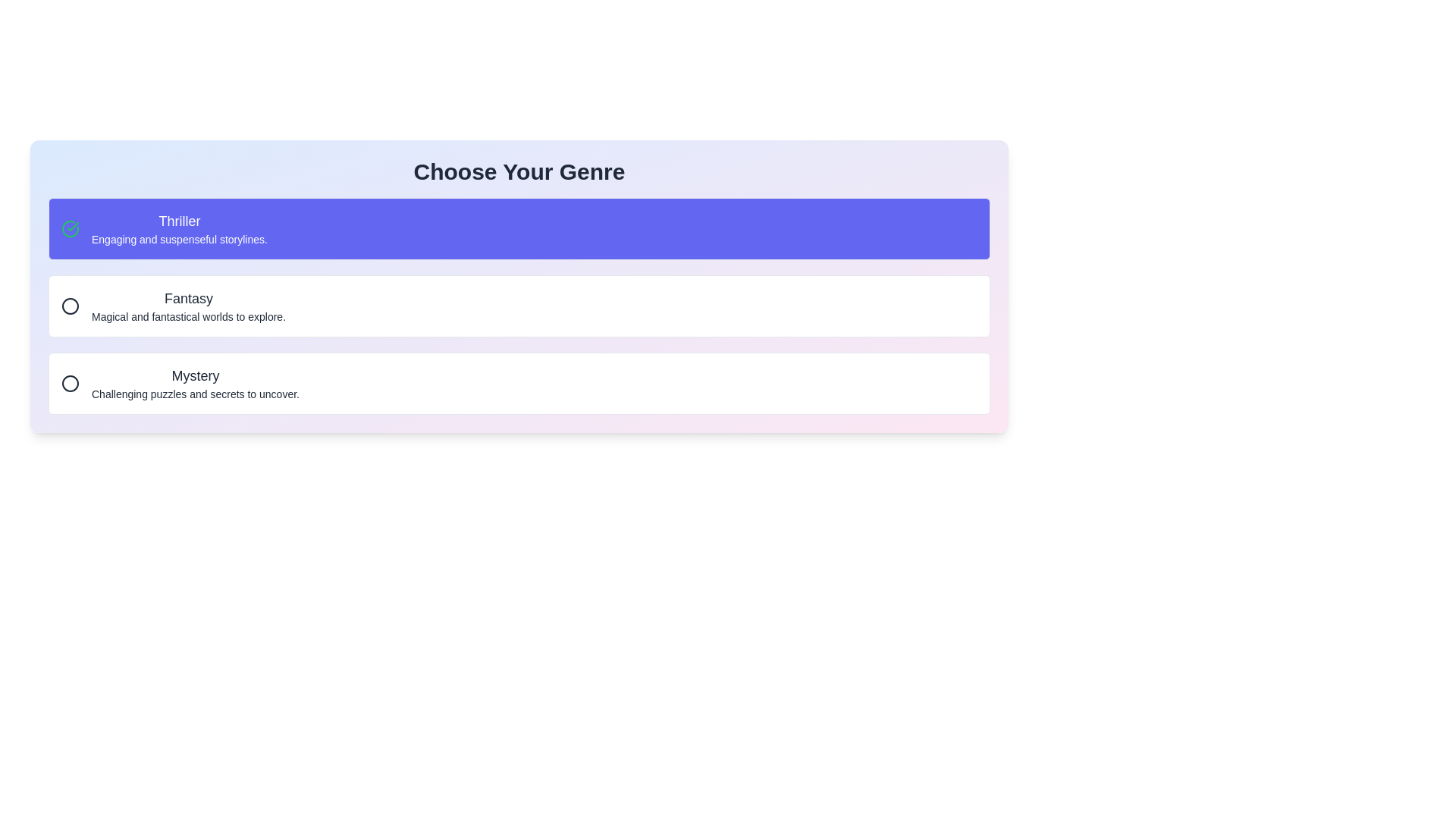 This screenshot has height=819, width=1456. I want to click on the text label displaying 'Thriller' which is prominently styled in white text against a blue background, located at the top-left section of the interface, so click(179, 221).